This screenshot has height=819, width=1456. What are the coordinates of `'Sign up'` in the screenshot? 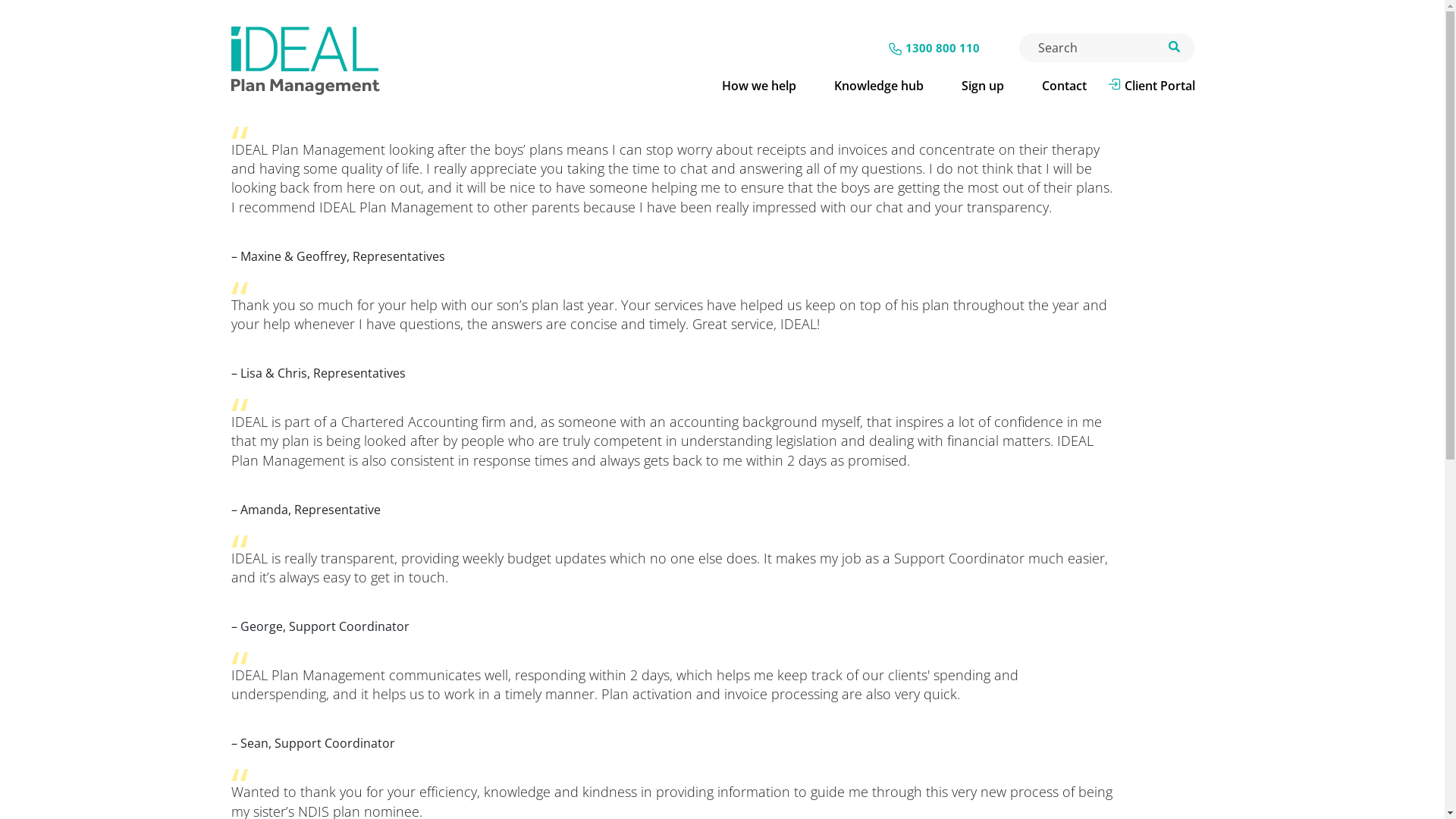 It's located at (982, 85).